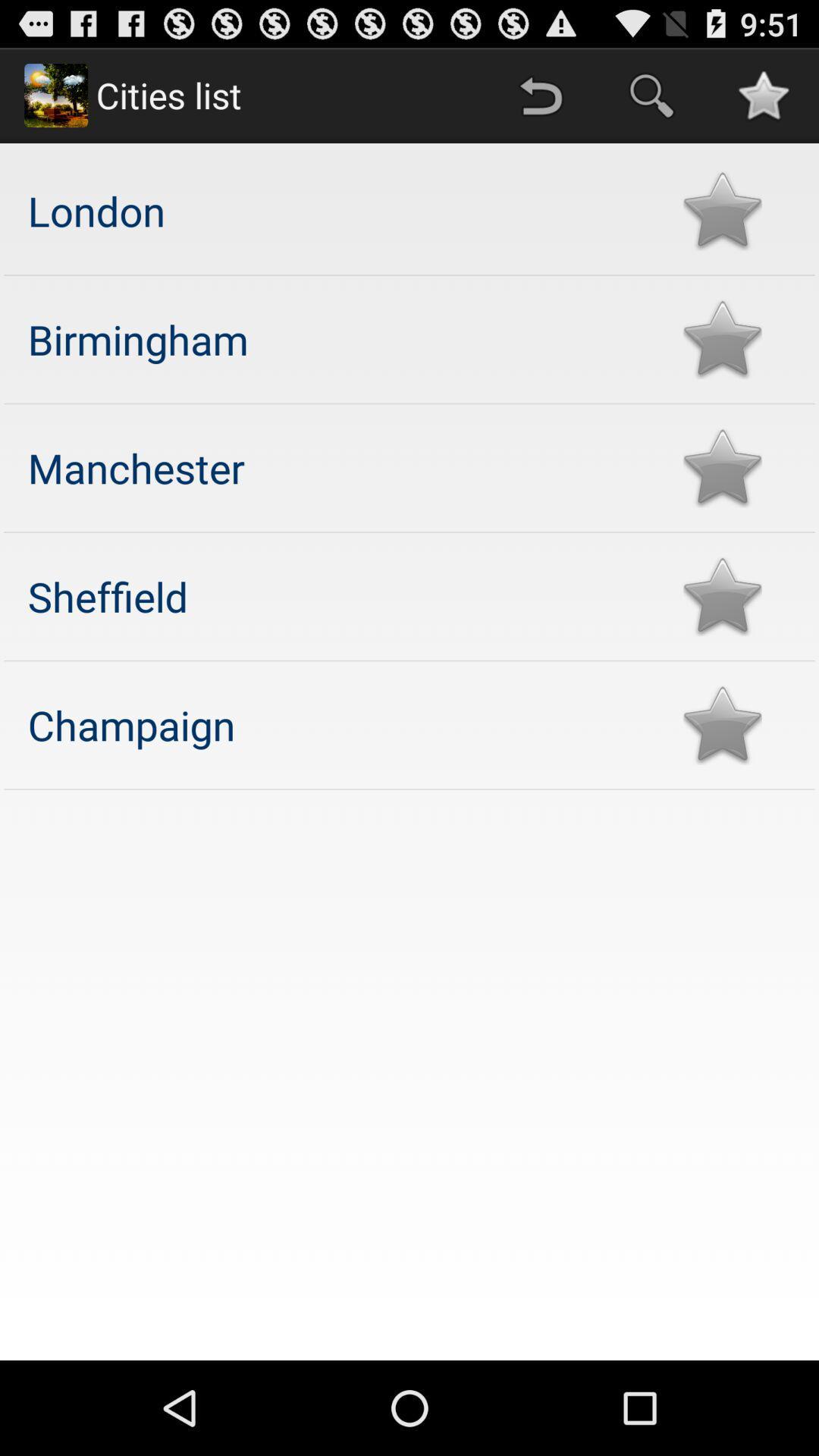  Describe the element at coordinates (721, 724) in the screenshot. I see `added` at that location.